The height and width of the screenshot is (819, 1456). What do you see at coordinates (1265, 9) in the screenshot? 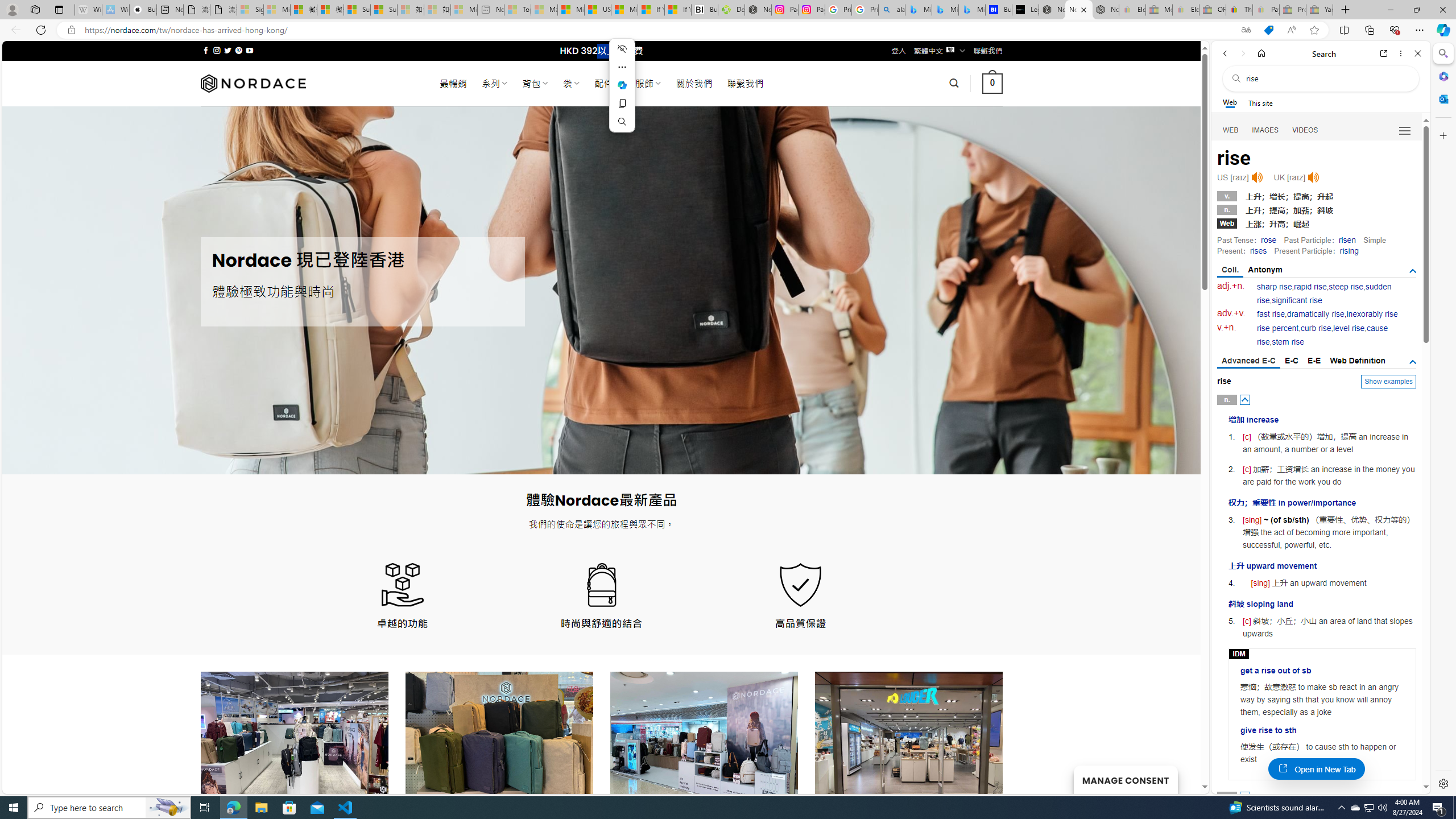
I see `'Payments Terms of Use | eBay.com - Sleeping'` at bounding box center [1265, 9].